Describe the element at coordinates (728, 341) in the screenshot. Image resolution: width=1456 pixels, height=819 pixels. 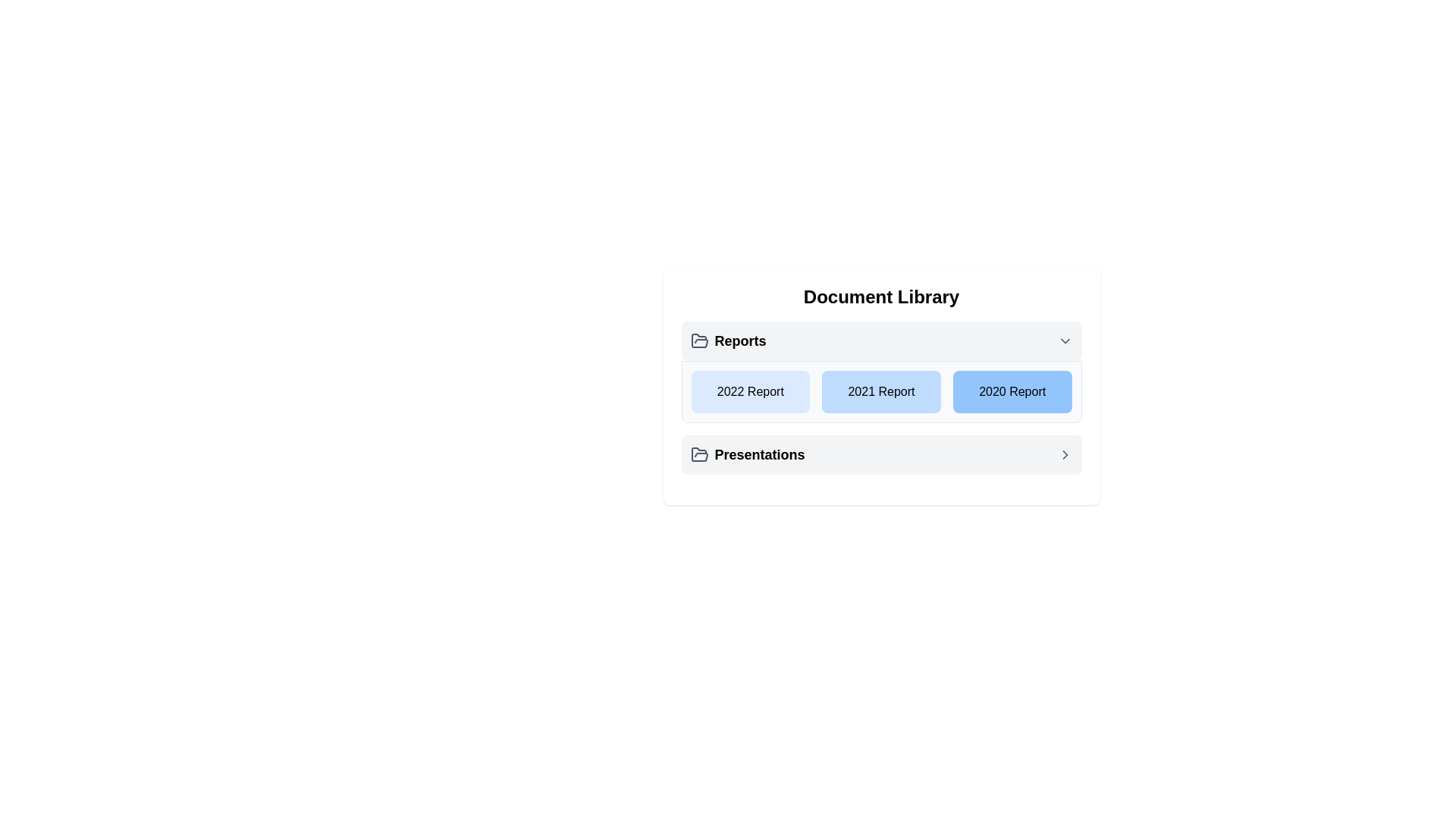
I see `the header element that combines text with an icon` at that location.